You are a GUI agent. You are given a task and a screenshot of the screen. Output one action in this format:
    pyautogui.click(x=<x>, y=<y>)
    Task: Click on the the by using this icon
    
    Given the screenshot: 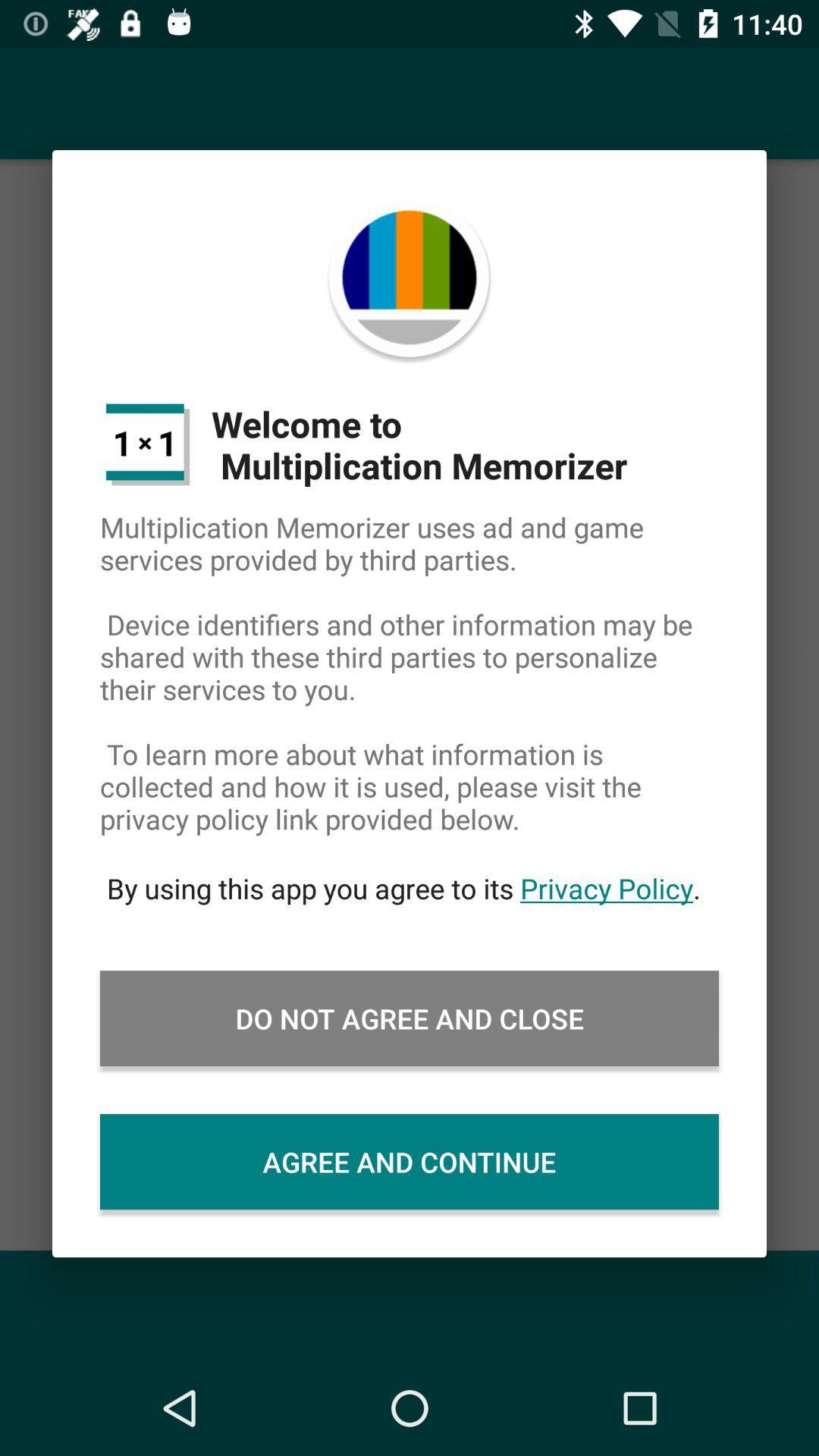 What is the action you would take?
    pyautogui.click(x=409, y=888)
    